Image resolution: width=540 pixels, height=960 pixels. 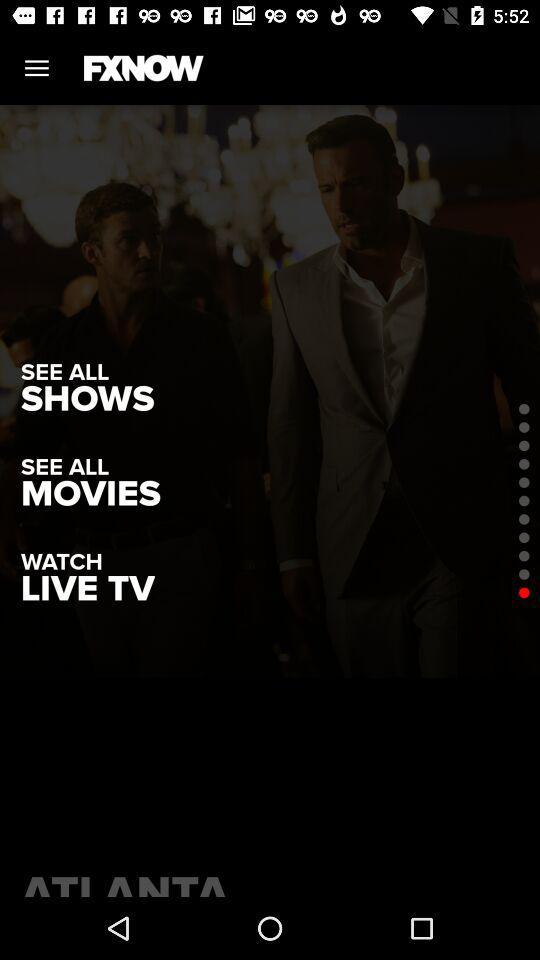 What do you see at coordinates (270, 880) in the screenshot?
I see `item below the live tv item` at bounding box center [270, 880].